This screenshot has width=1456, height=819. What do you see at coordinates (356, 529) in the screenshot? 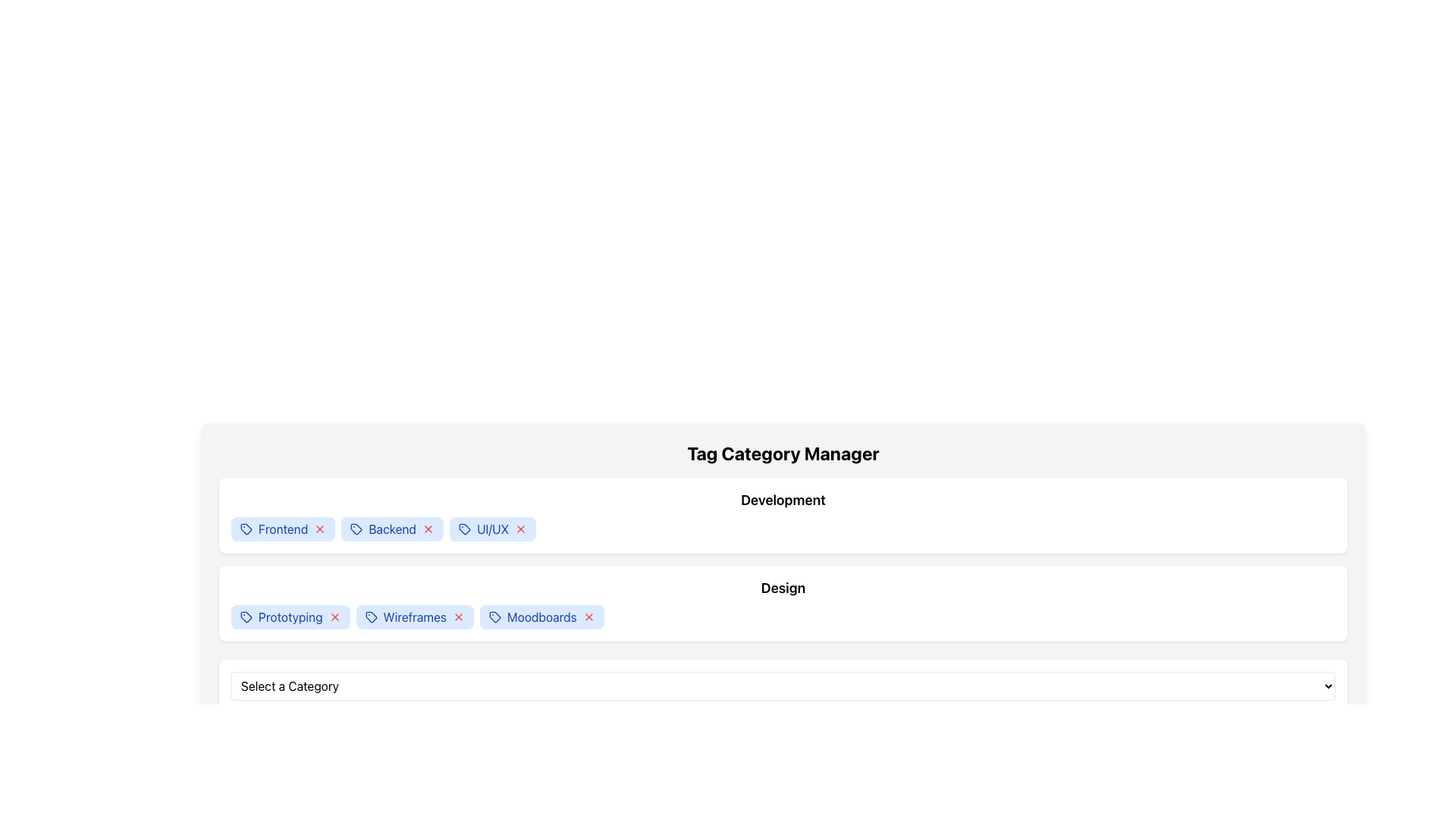
I see `the 'This is a tag' icon, which resembles a geometric tag with a hole and is part of the 'Backend' tag under the 'Development' section` at bounding box center [356, 529].